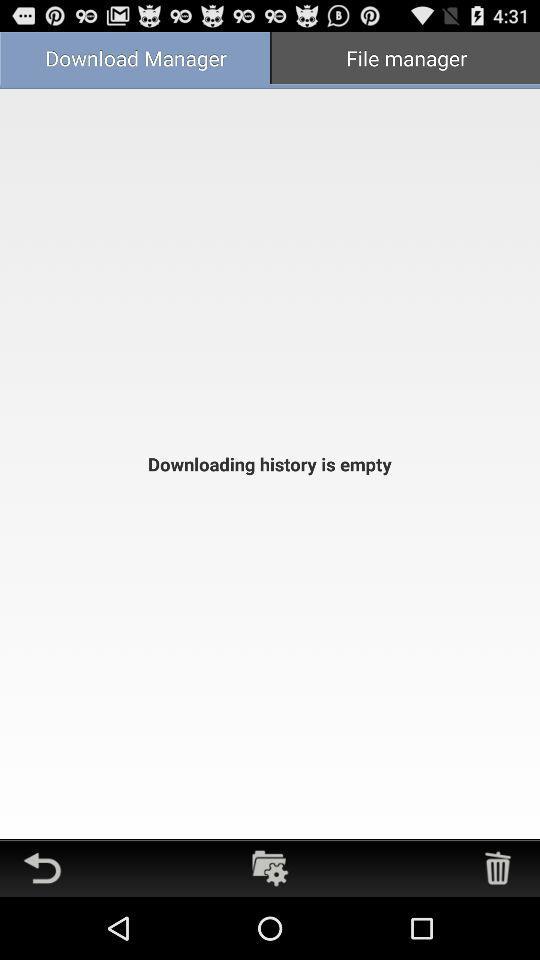  Describe the element at coordinates (135, 59) in the screenshot. I see `the icon to the left of file manager icon` at that location.